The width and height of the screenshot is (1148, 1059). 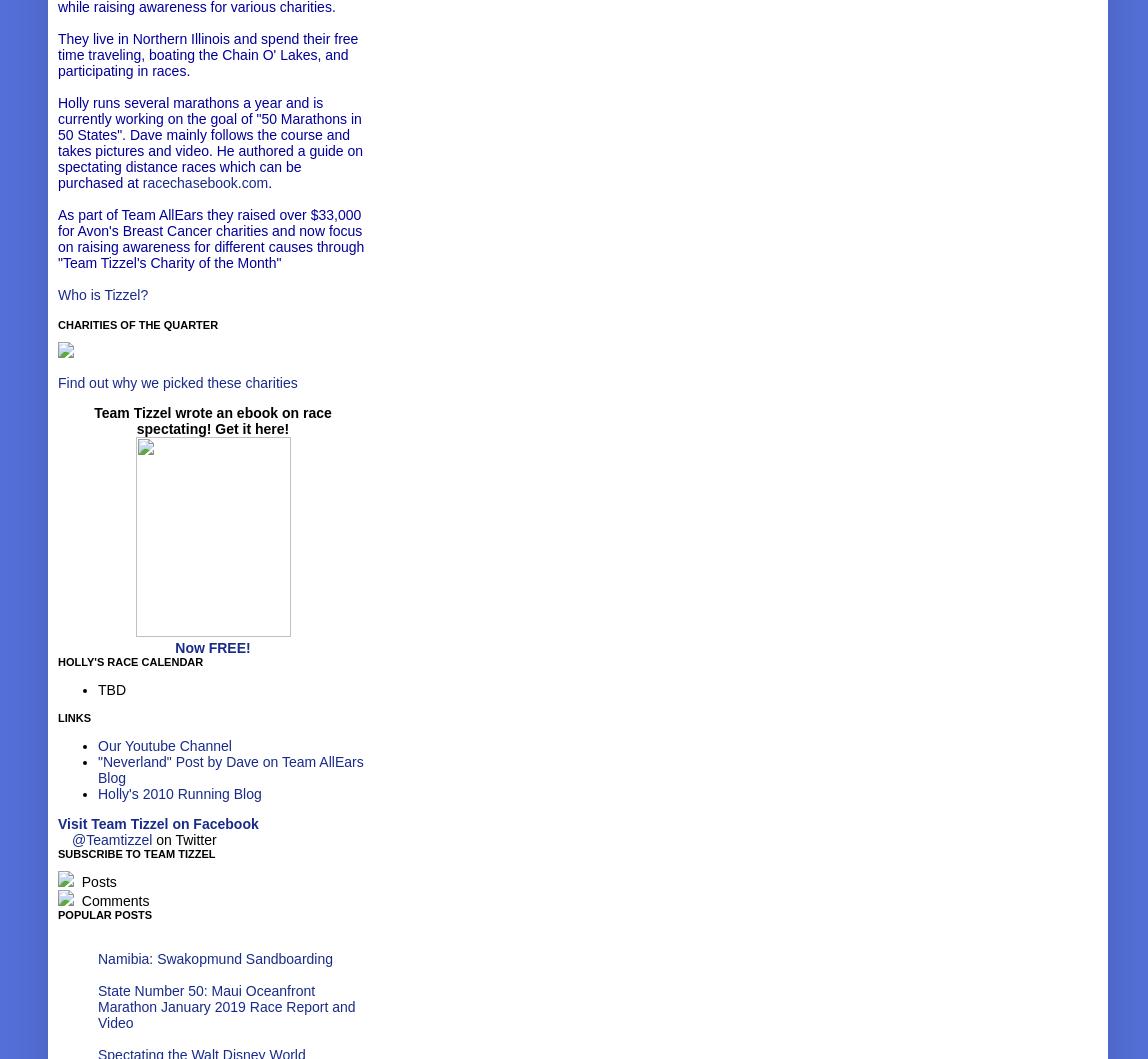 What do you see at coordinates (267, 181) in the screenshot?
I see `'.'` at bounding box center [267, 181].